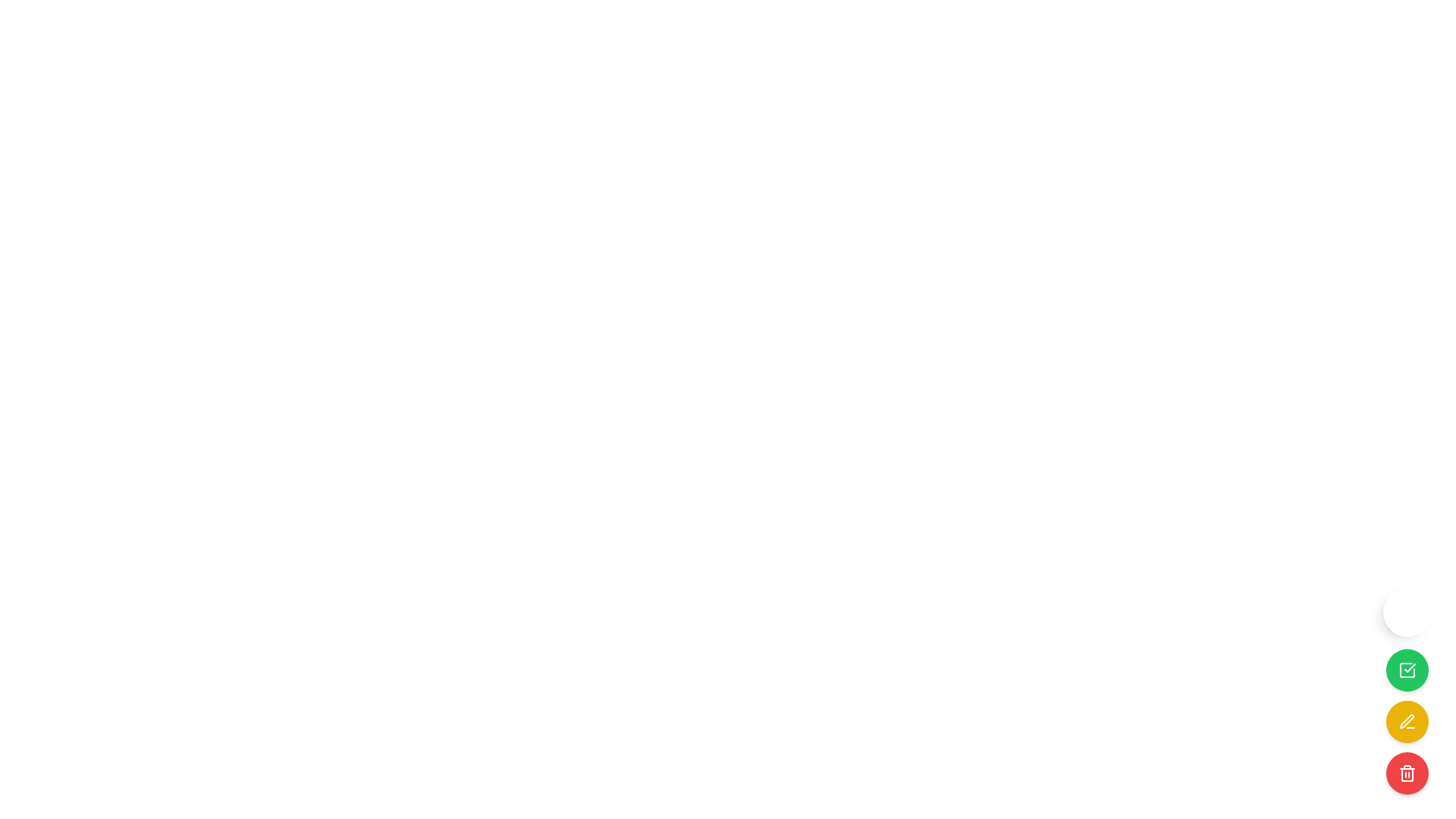 The image size is (1456, 819). Describe the element at coordinates (1407, 775) in the screenshot. I see `the trash can icon's middle component` at that location.